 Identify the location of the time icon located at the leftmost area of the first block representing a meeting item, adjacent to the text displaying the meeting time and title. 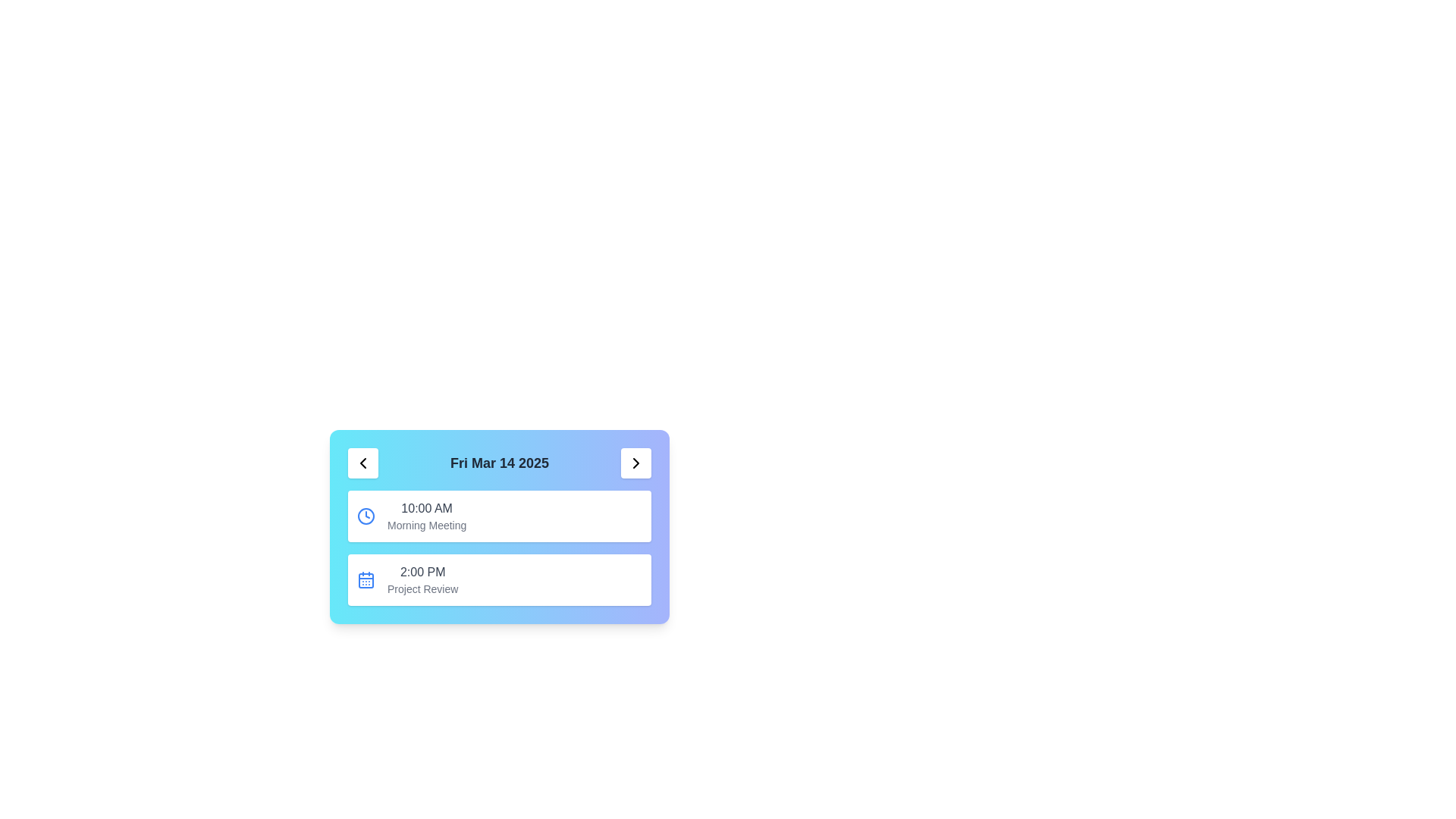
(366, 516).